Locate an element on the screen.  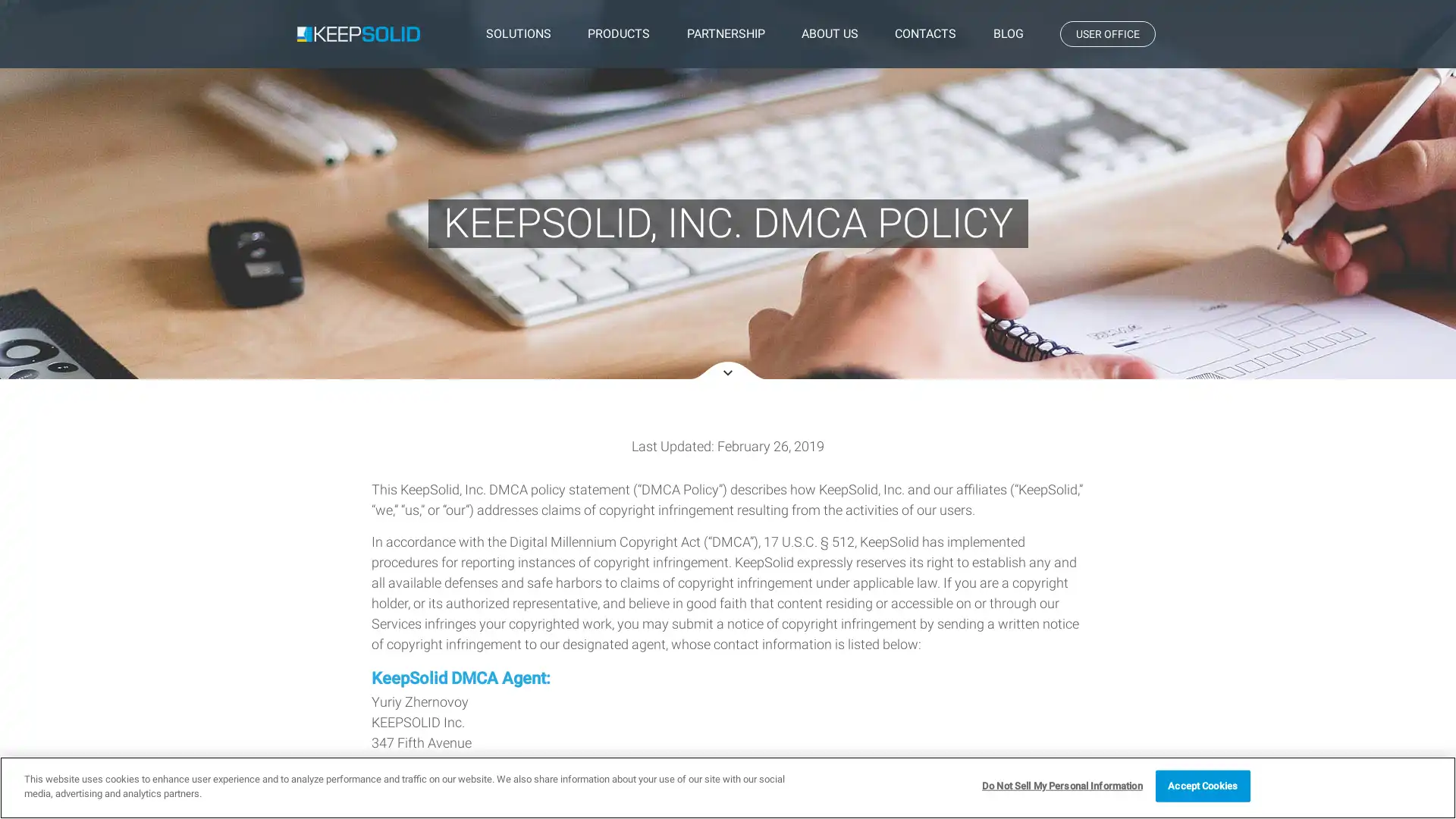
Do Not Sell My Personal Information is located at coordinates (1061, 785).